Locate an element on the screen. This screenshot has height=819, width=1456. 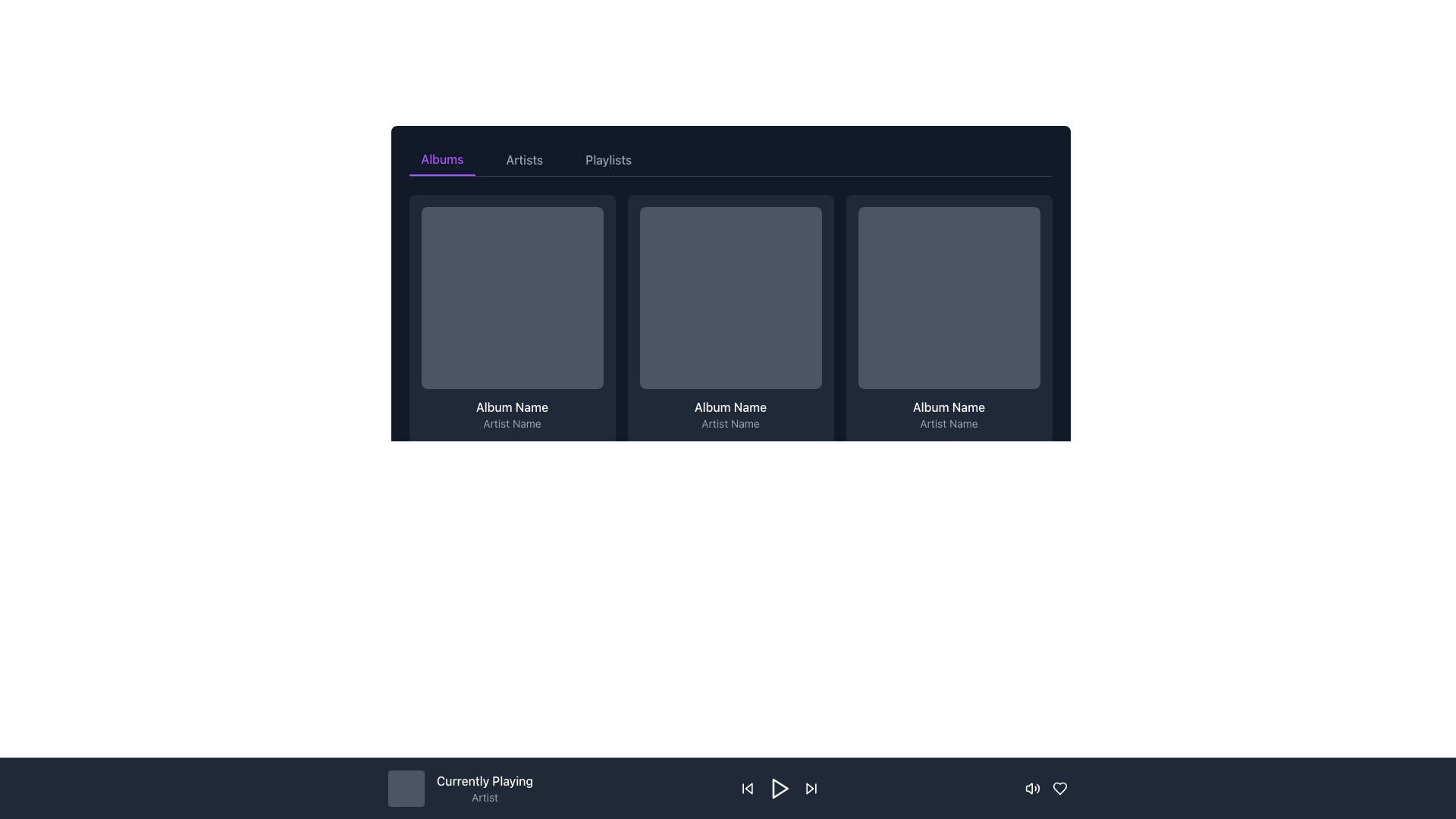
the heart icon, which is a hollow outlined button located at the far right of the playback control area, to like the item is located at coordinates (1059, 788).